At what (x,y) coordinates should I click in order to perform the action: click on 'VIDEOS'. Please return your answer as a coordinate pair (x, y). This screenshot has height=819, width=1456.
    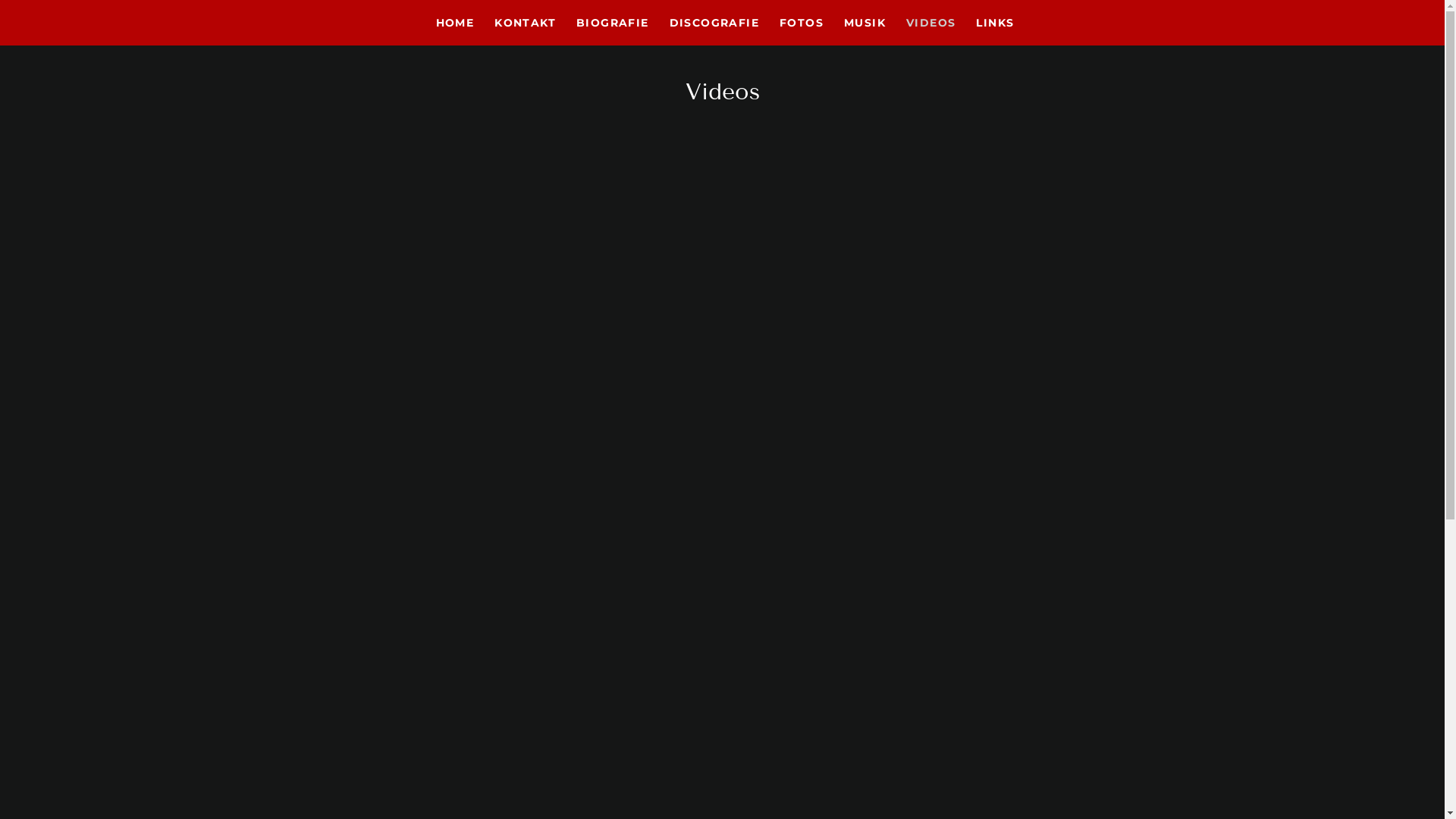
    Looking at the image, I should click on (927, 23).